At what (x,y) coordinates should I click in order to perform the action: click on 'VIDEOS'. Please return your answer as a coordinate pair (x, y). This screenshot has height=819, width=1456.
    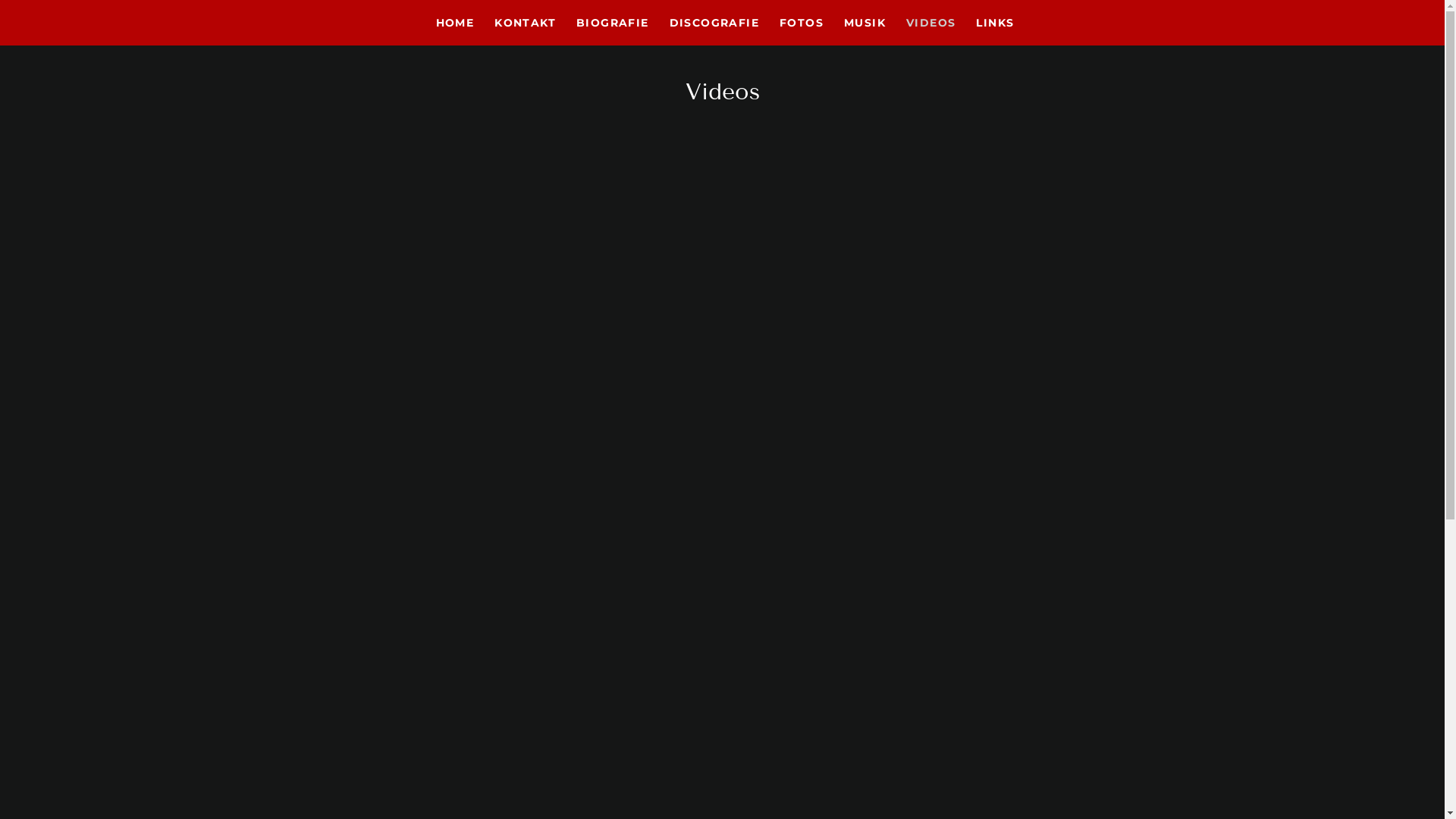
    Looking at the image, I should click on (927, 23).